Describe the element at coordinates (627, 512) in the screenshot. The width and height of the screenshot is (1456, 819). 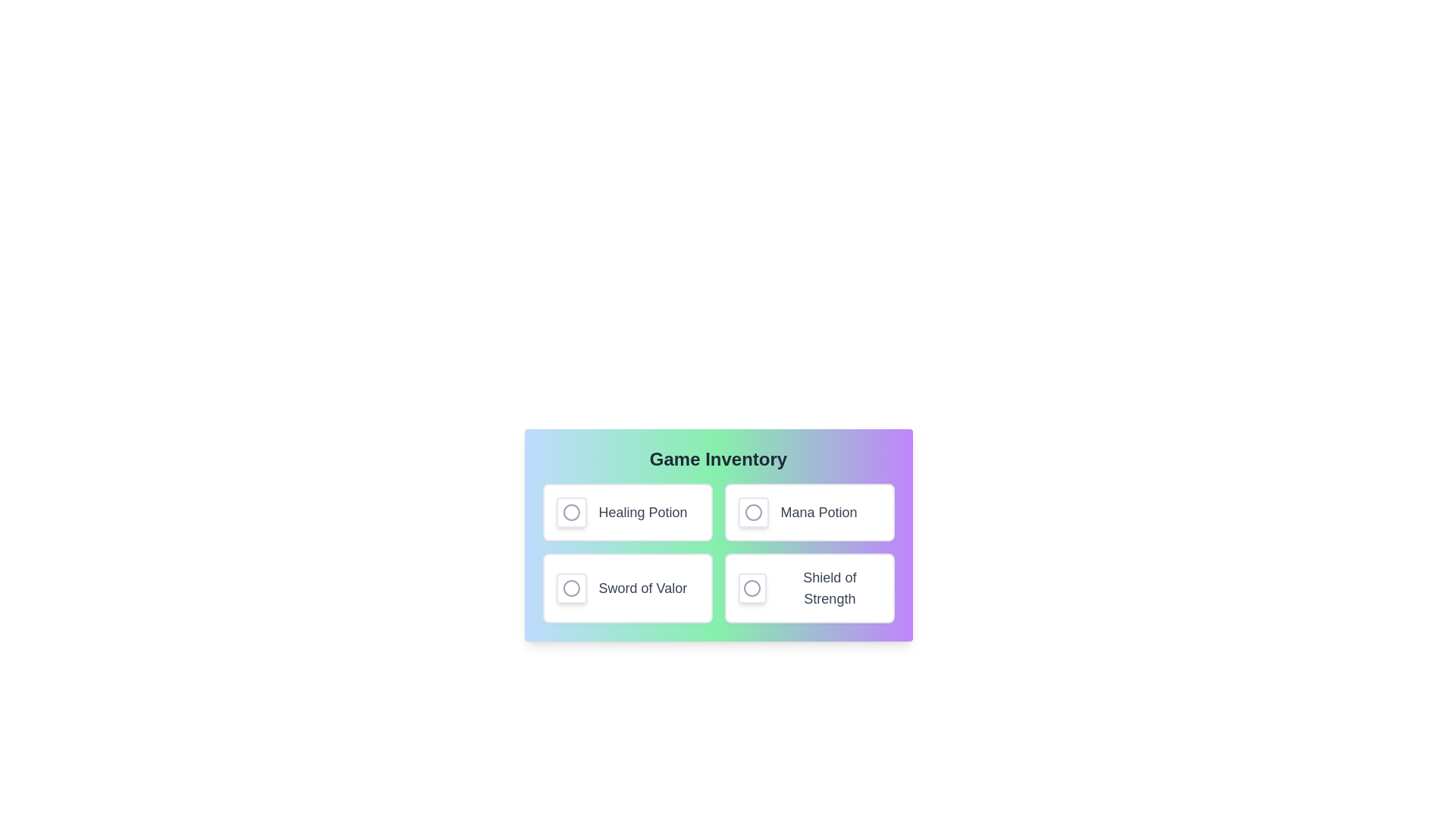
I see `the item Healing Potion to observe hover effects` at that location.